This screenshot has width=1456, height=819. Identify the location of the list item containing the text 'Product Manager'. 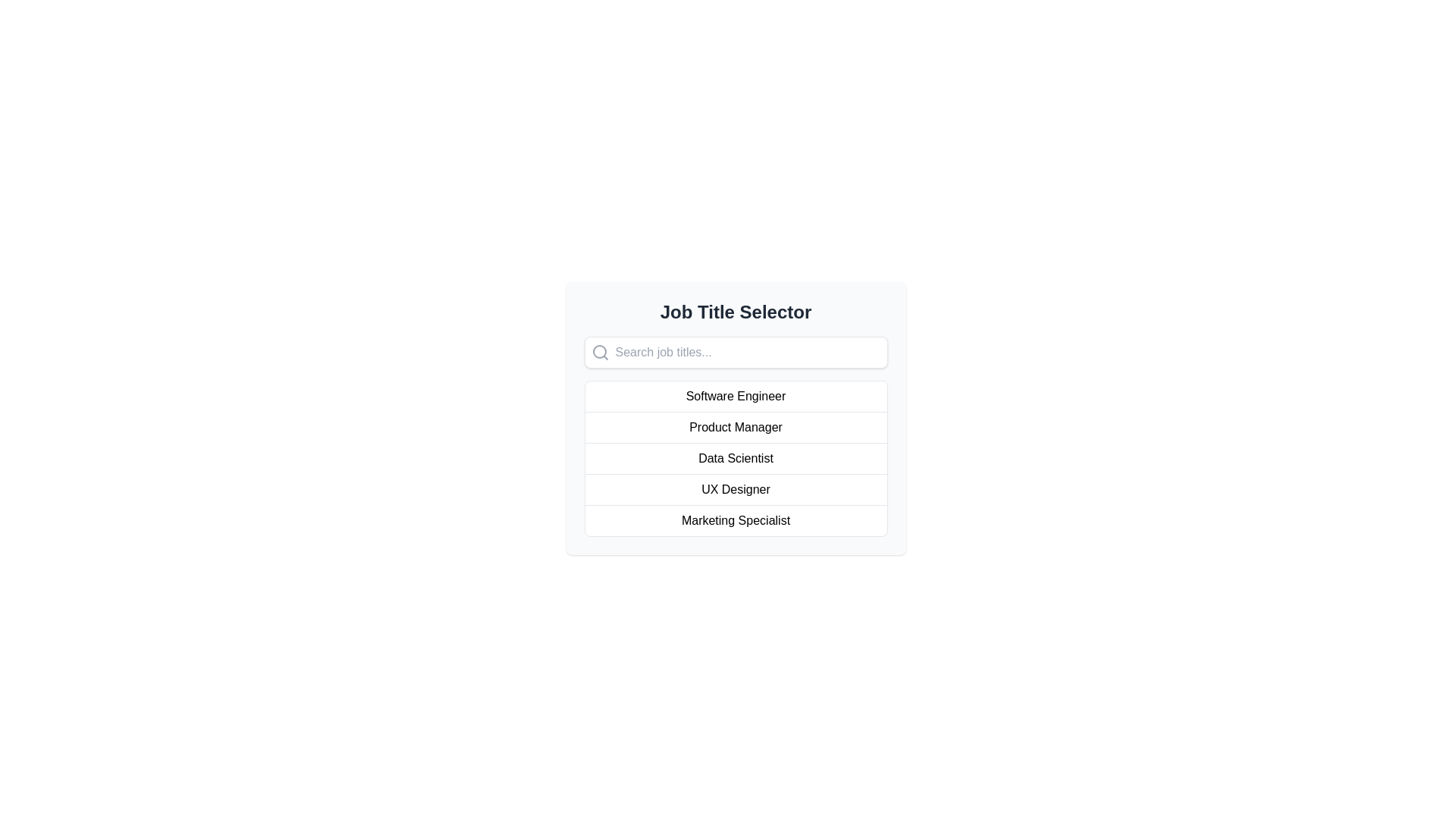
(736, 427).